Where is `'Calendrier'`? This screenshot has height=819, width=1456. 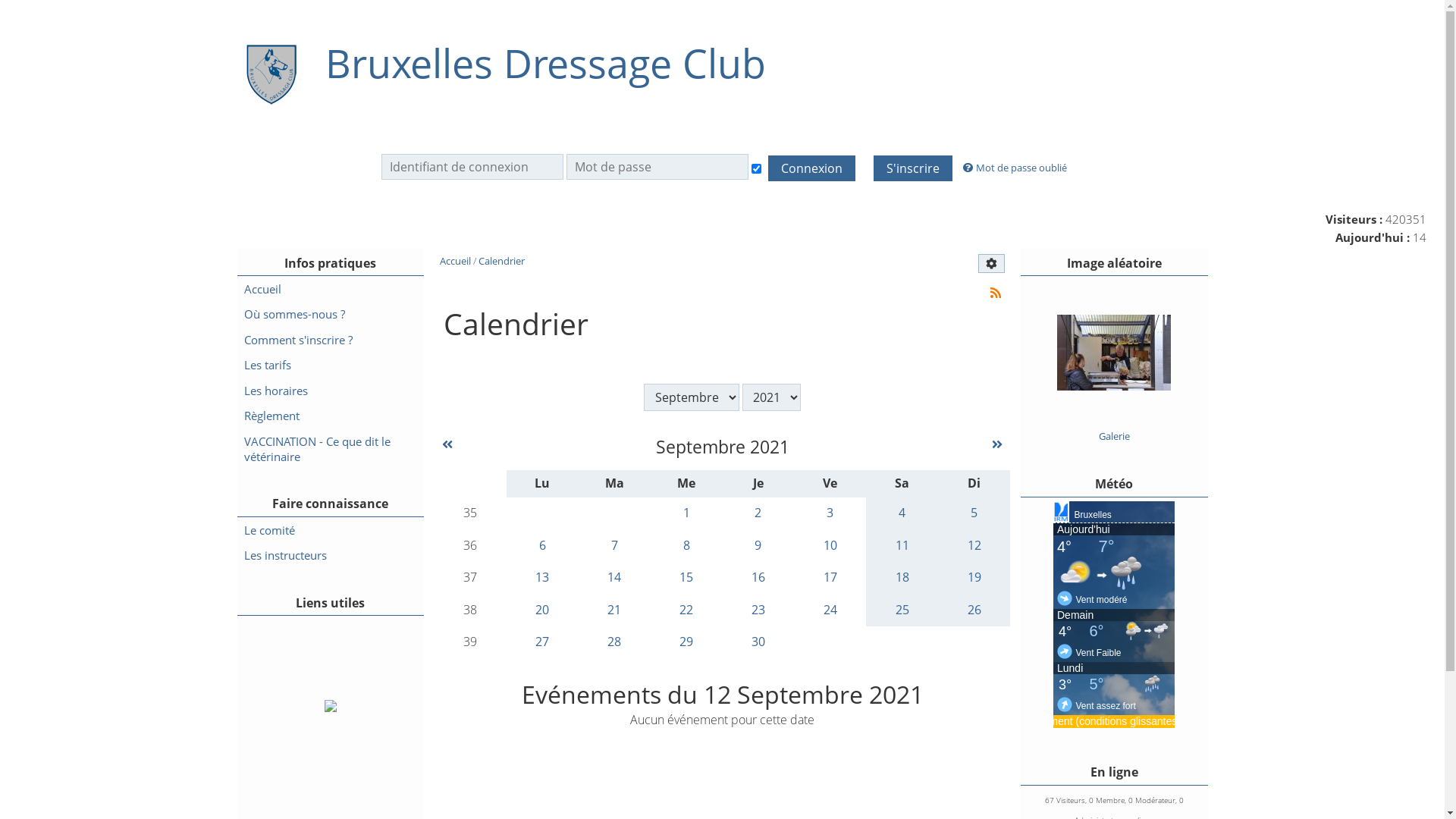 'Calendrier' is located at coordinates (501, 259).